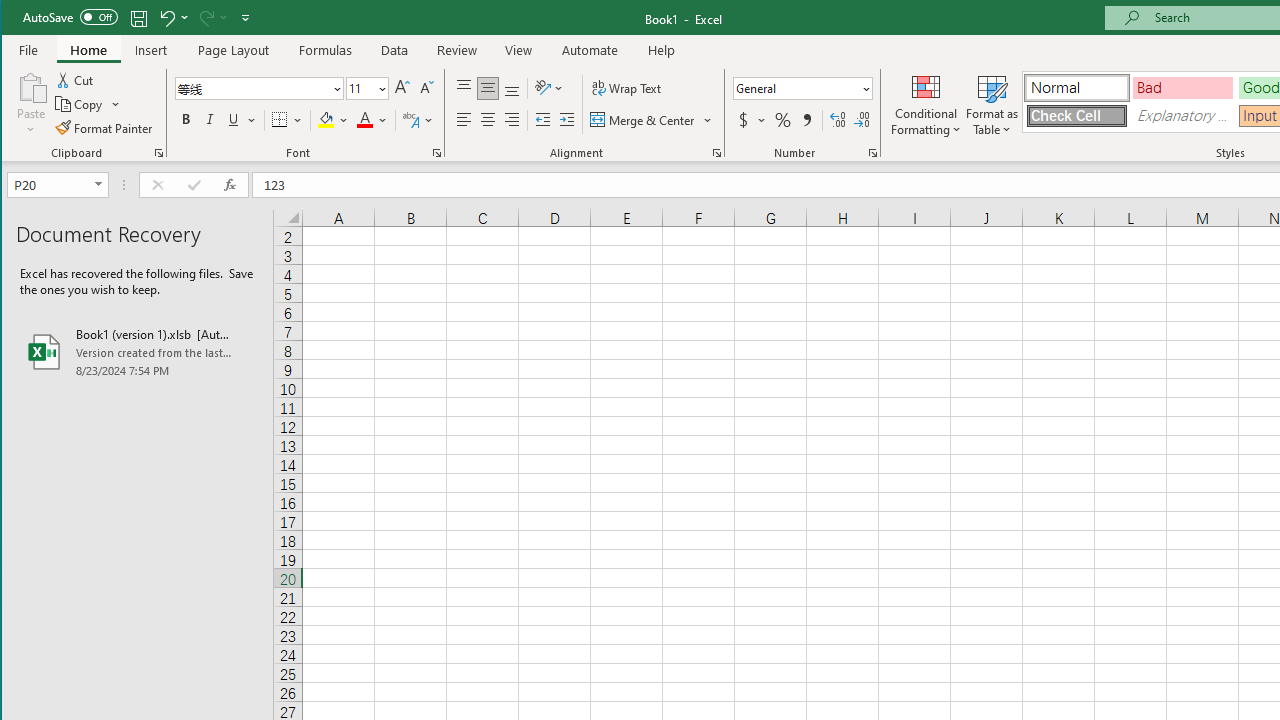 This screenshot has width=1280, height=720. Describe the element at coordinates (29, 49) in the screenshot. I see `'File Tab'` at that location.